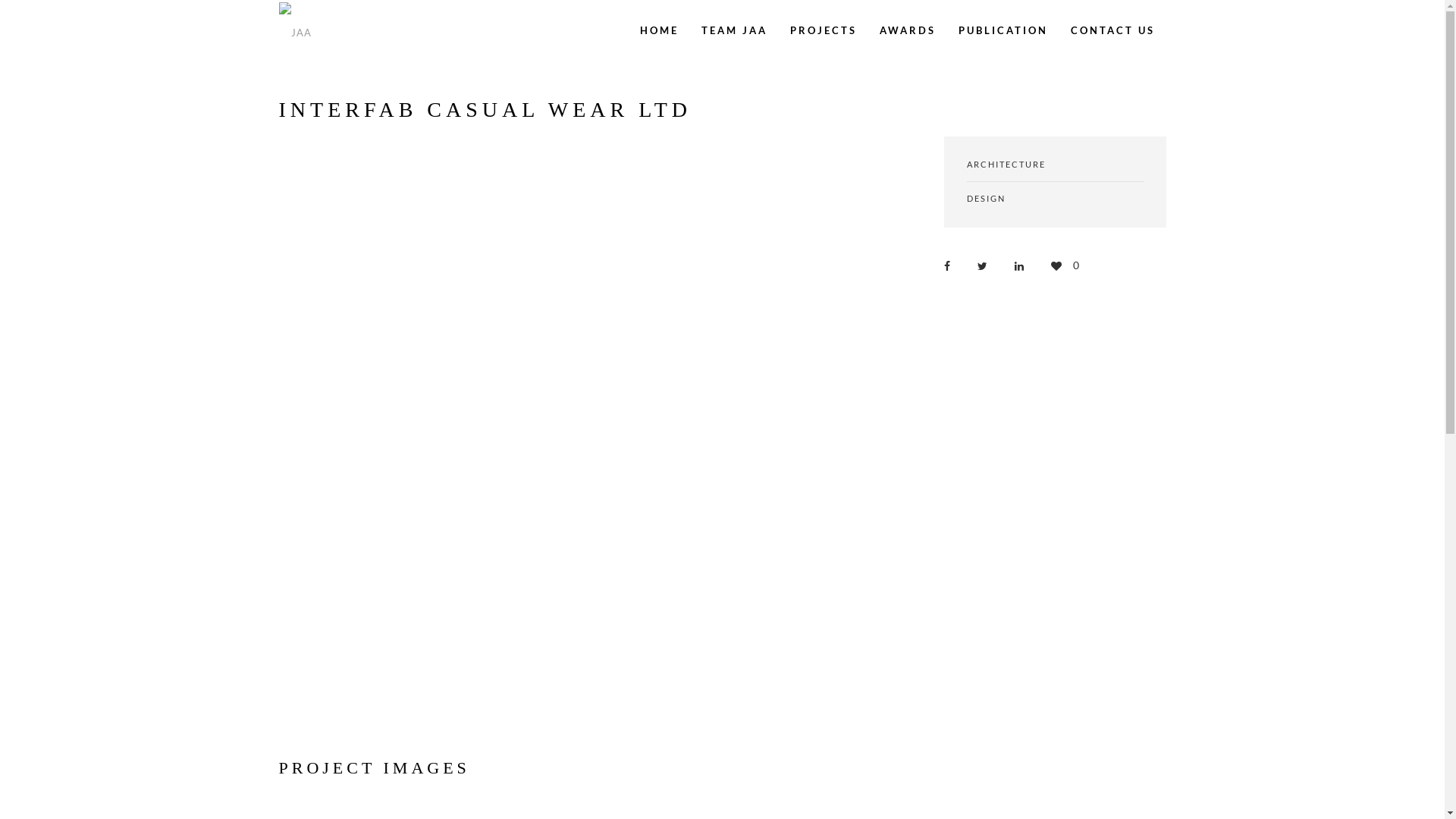  Describe the element at coordinates (1002, 30) in the screenshot. I see `'PUBLICATION'` at that location.